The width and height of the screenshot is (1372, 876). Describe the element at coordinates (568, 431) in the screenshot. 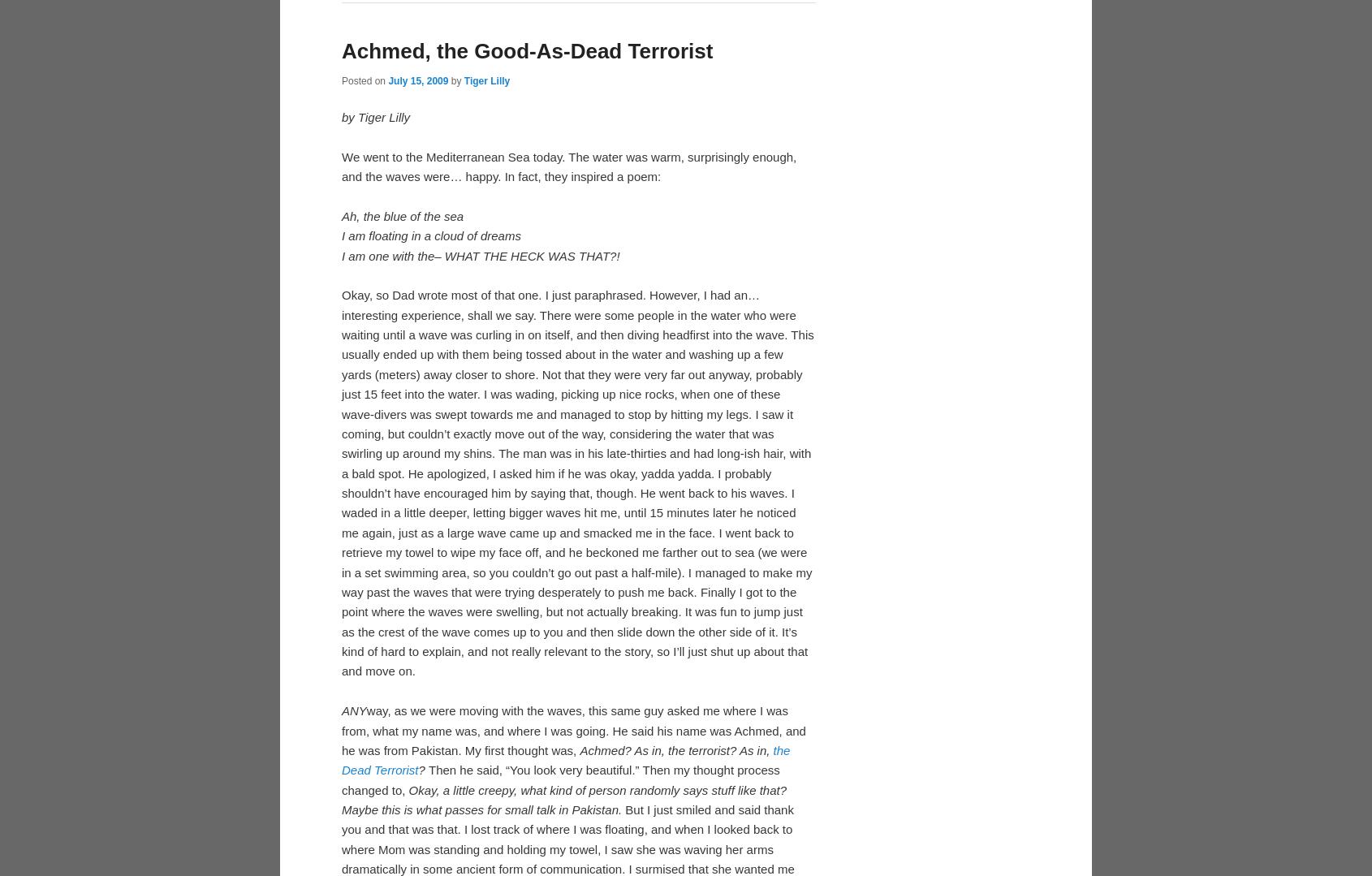

I see `'We went to the Mediterranean Sea today. The water was warm, surprisingly enough, and the waves were… happy. In fact, they inspired a poem:'` at that location.